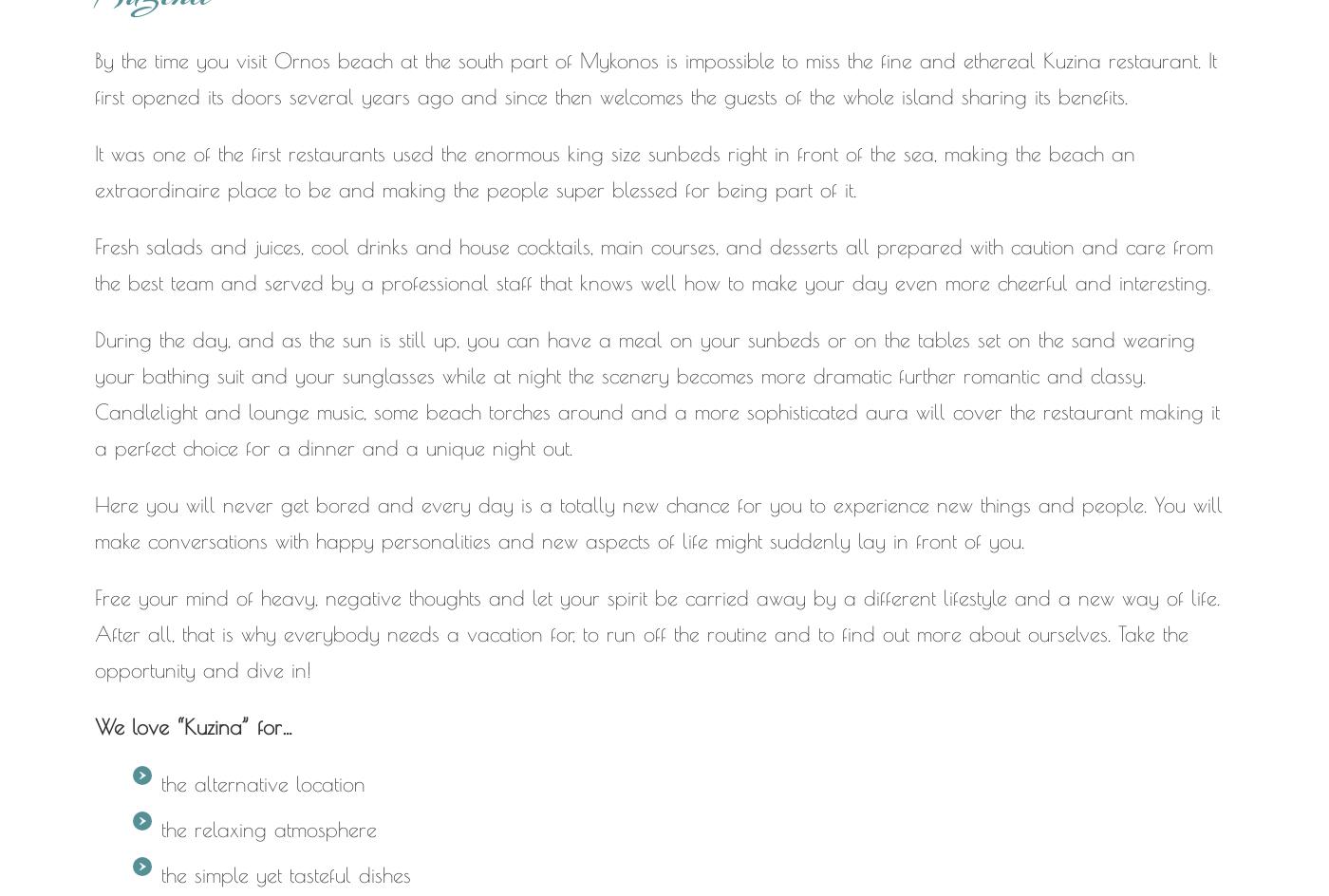  What do you see at coordinates (615, 170) in the screenshot?
I see `'It was one of the first restaurants used the enormous king size sunbeds right in front of the sea, making the beach an extraordinaire place to be and making the people super blessed for being part of it.'` at bounding box center [615, 170].